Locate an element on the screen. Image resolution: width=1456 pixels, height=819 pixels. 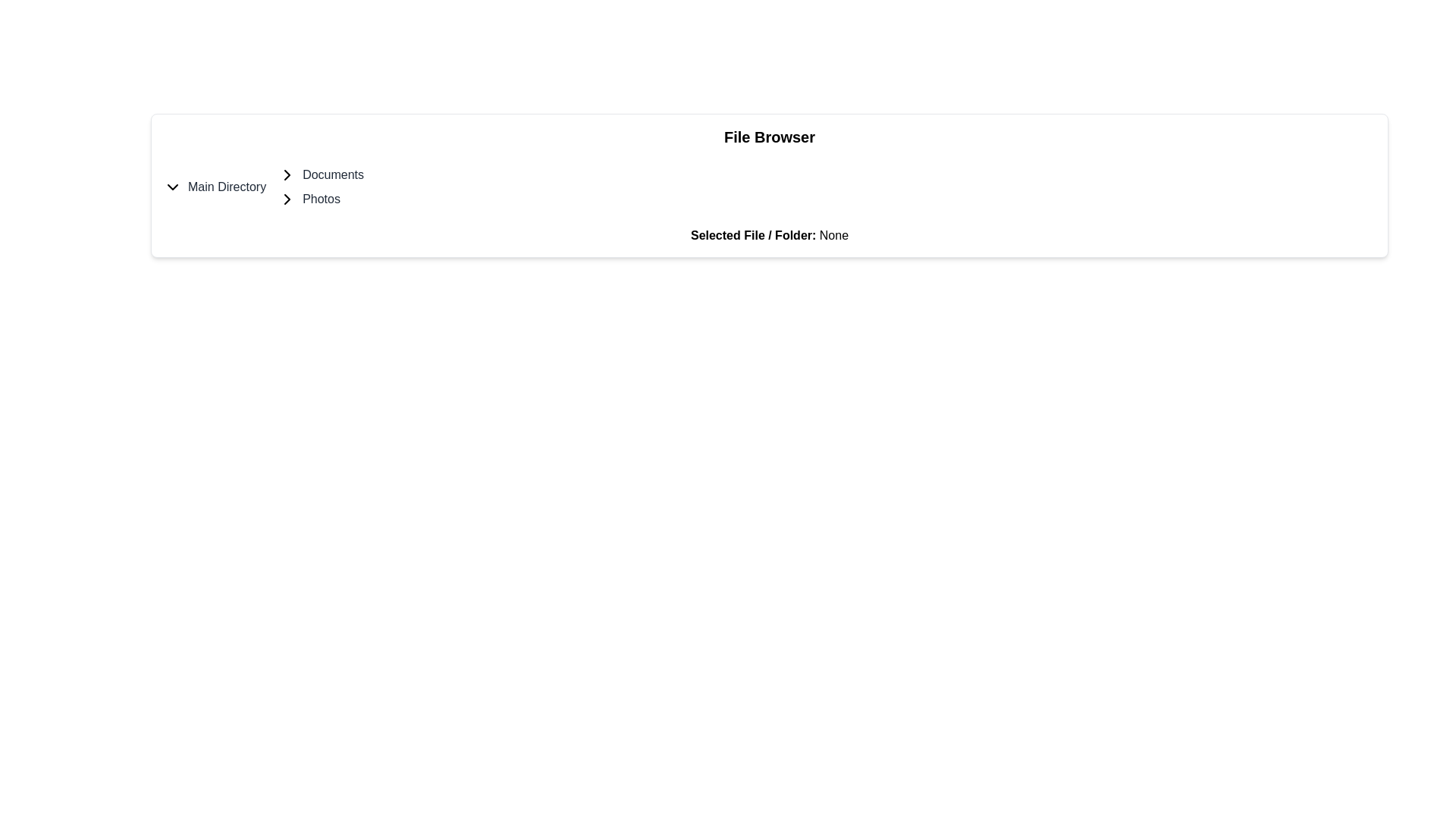
the icon located to the right of the 'Documents' text to indicate its presence is located at coordinates (287, 174).